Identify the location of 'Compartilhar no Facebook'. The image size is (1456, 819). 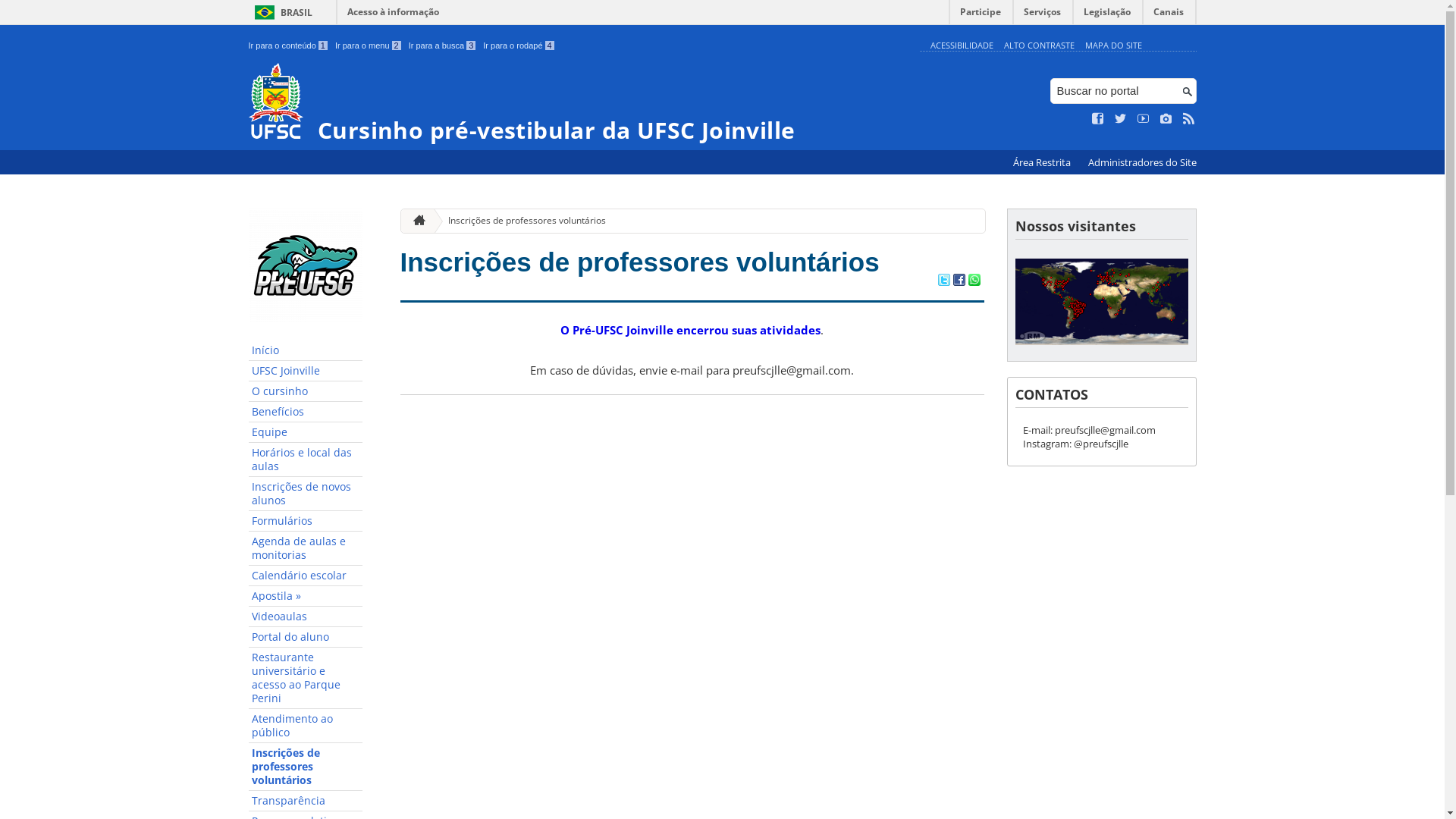
(952, 281).